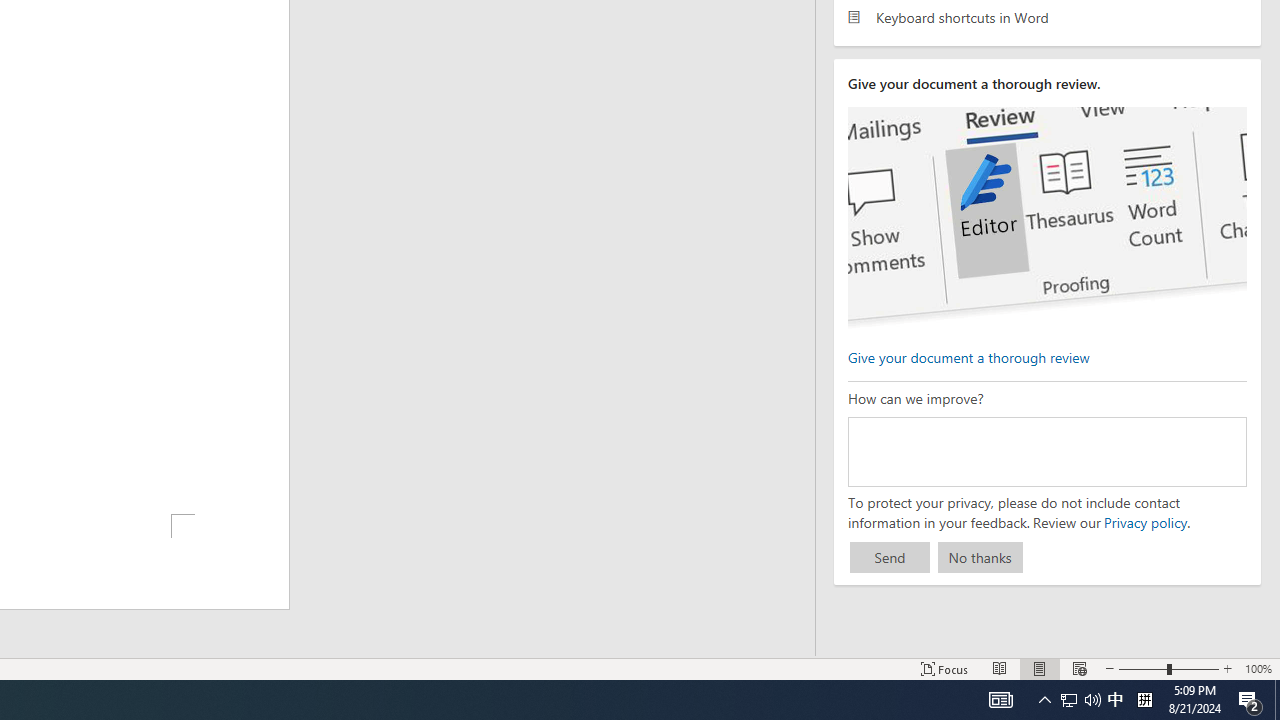 The width and height of the screenshot is (1280, 720). Describe the element at coordinates (1143, 669) in the screenshot. I see `'Zoom Out'` at that location.